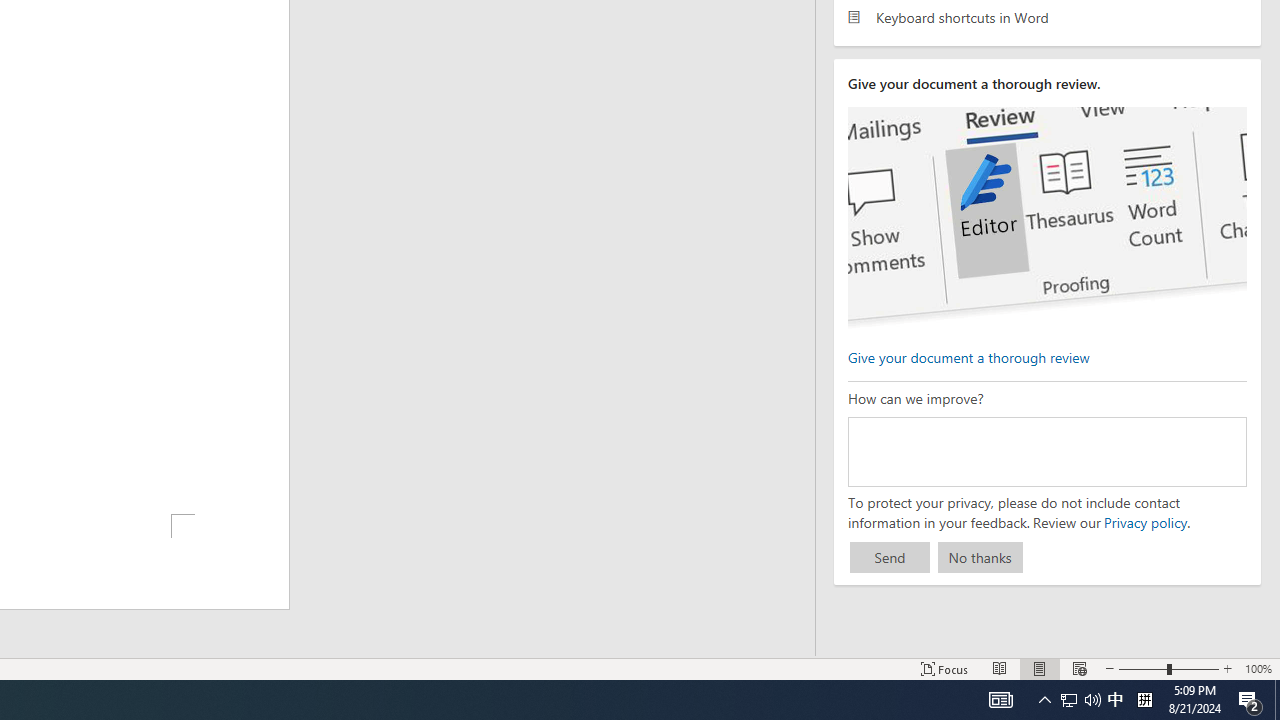 The width and height of the screenshot is (1280, 720). Describe the element at coordinates (1143, 669) in the screenshot. I see `'Zoom Out'` at that location.